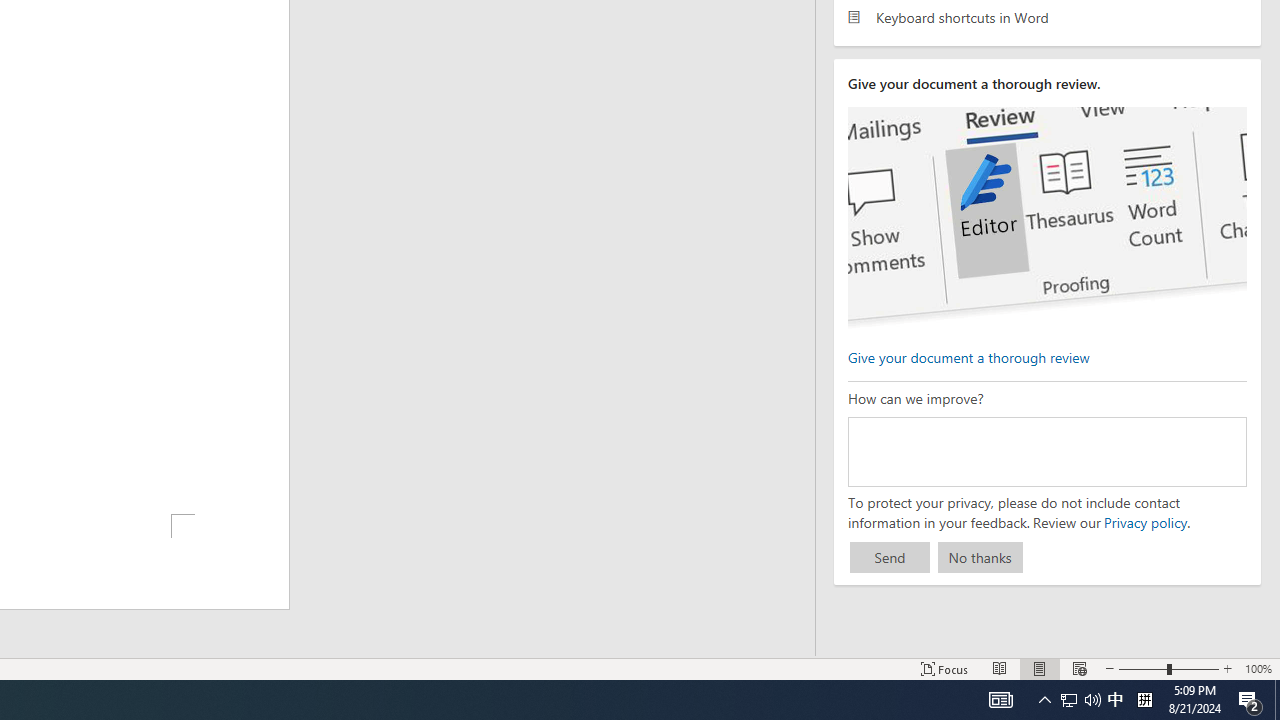 The width and height of the screenshot is (1280, 720). Describe the element at coordinates (1143, 669) in the screenshot. I see `'Zoom Out'` at that location.